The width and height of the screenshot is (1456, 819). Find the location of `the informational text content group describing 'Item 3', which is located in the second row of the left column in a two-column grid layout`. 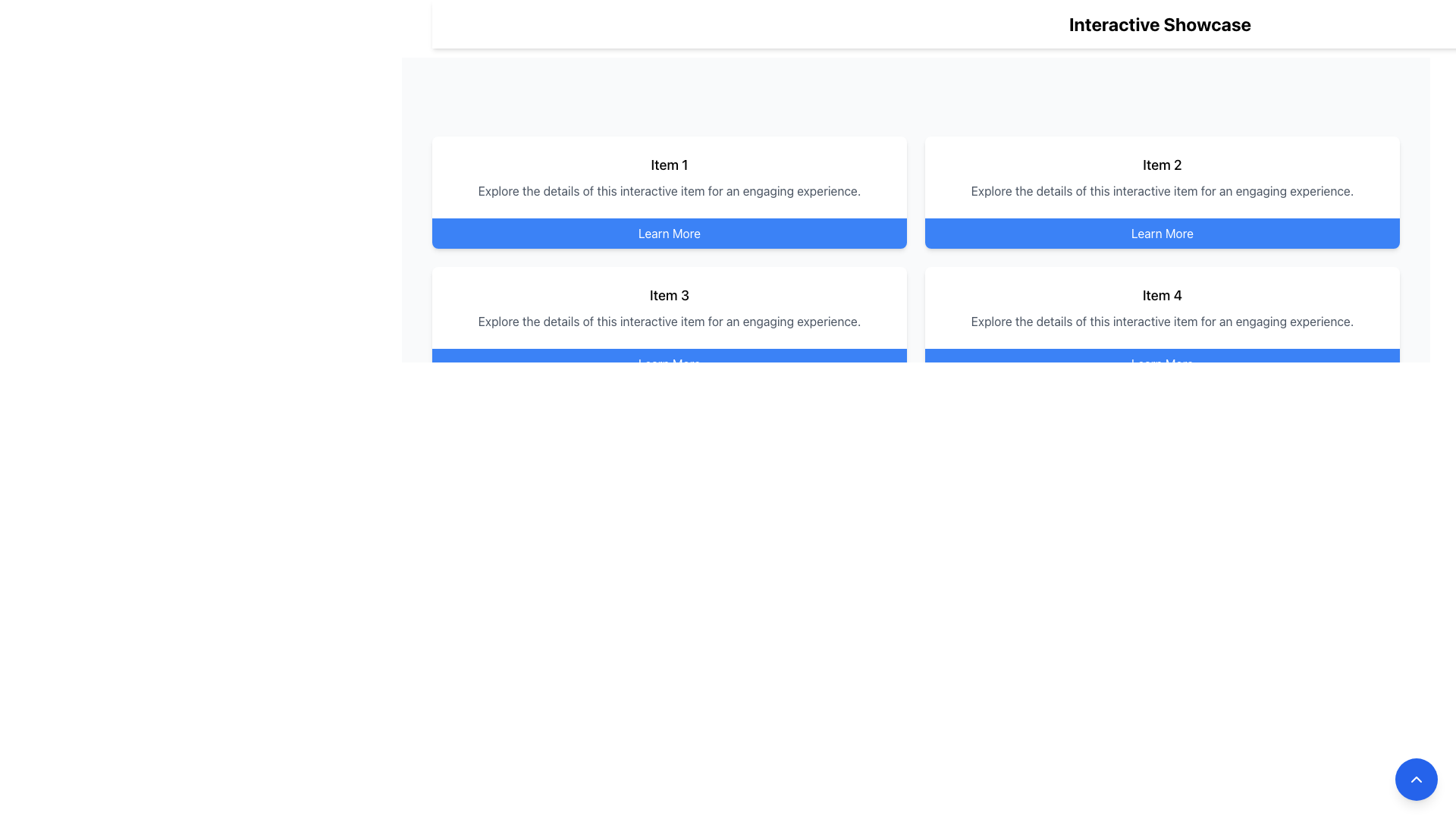

the informational text content group describing 'Item 3', which is located in the second row of the left column in a two-column grid layout is located at coordinates (669, 307).